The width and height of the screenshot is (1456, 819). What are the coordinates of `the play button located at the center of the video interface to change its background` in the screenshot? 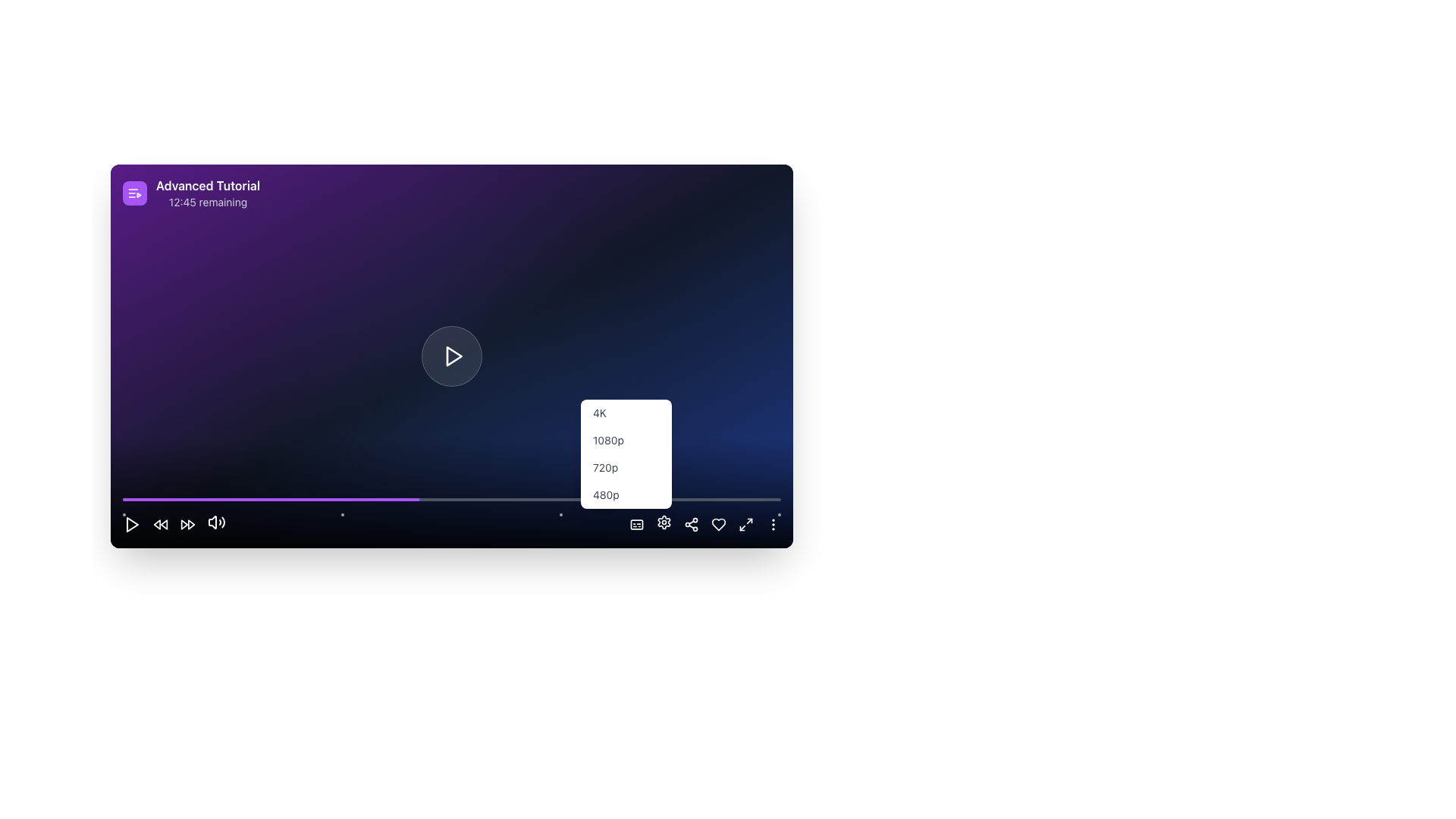 It's located at (450, 356).